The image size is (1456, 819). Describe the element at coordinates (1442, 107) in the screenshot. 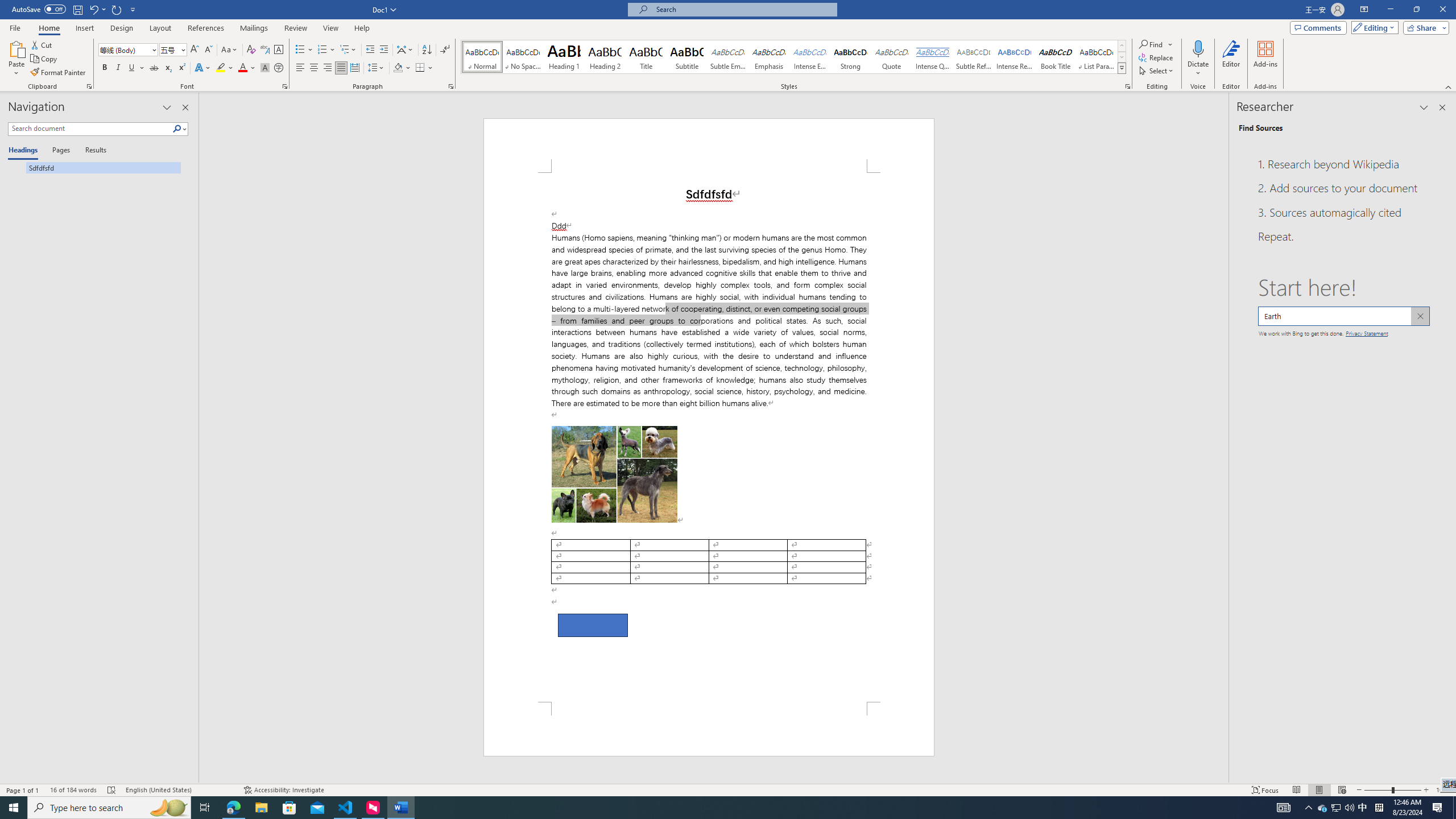

I see `'Close pane'` at that location.